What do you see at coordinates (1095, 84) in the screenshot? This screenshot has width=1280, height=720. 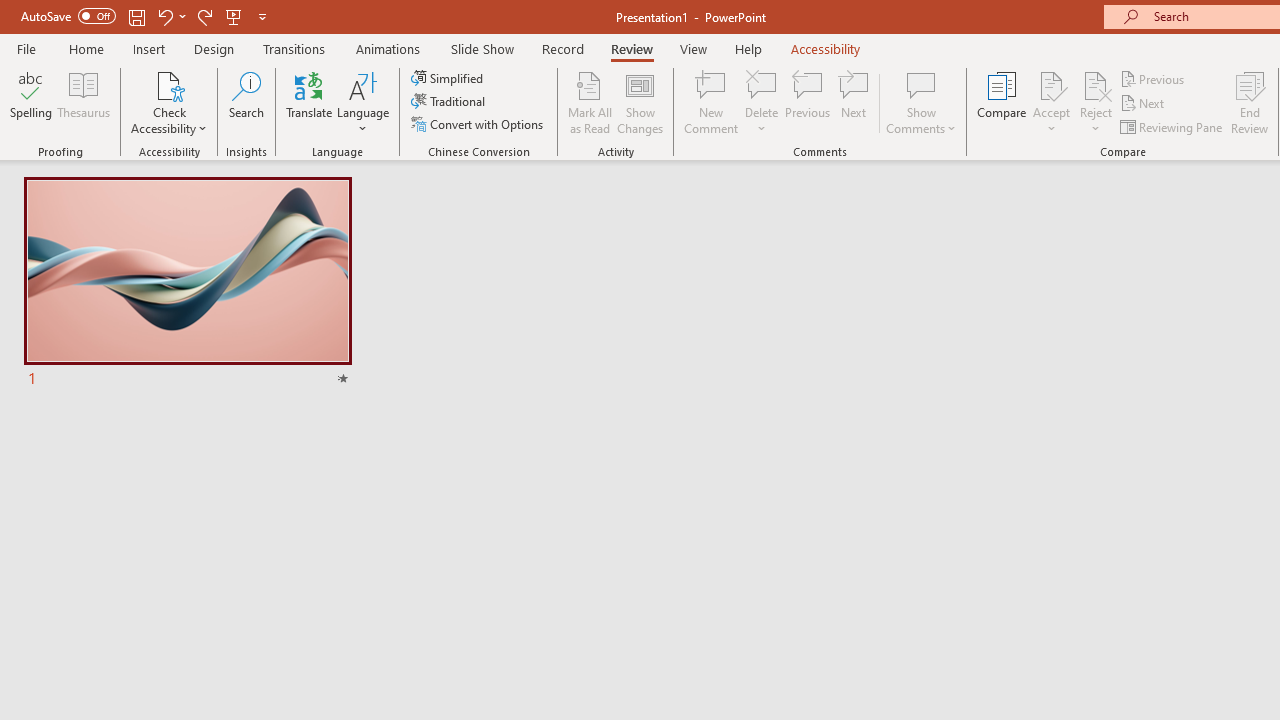 I see `'Reject Change'` at bounding box center [1095, 84].